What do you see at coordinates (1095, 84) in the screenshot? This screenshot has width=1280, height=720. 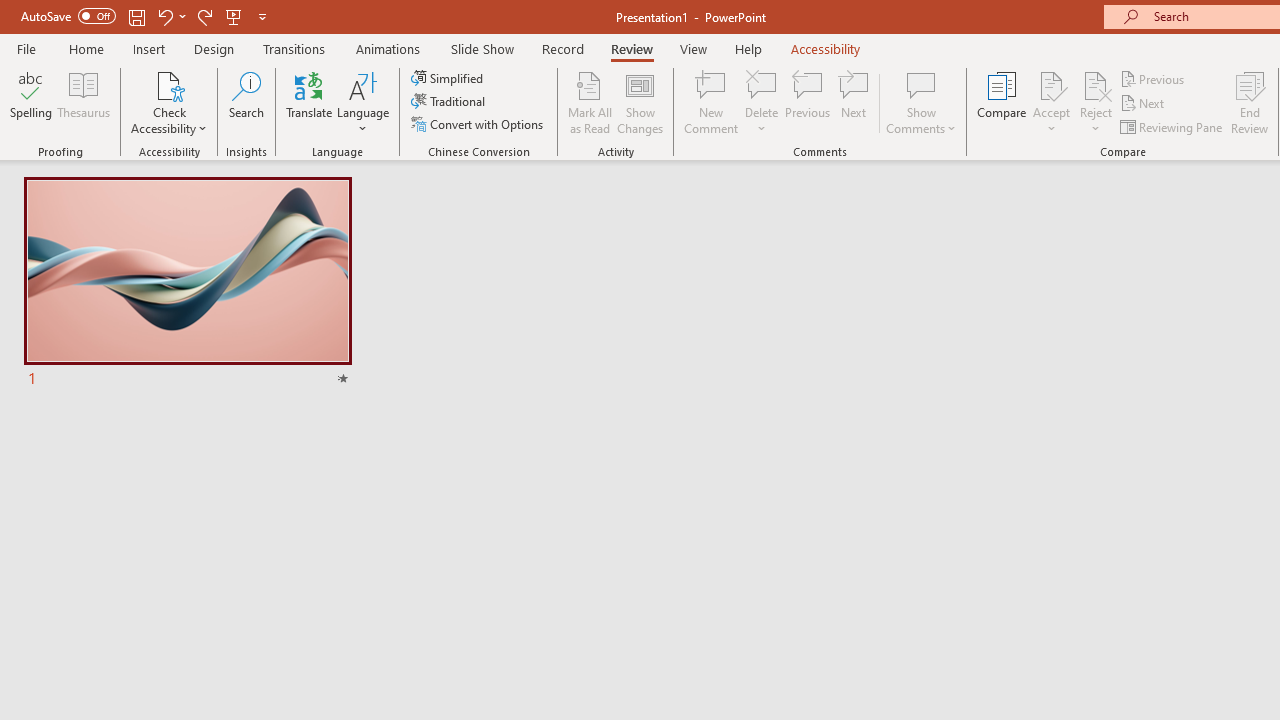 I see `'Reject Change'` at bounding box center [1095, 84].